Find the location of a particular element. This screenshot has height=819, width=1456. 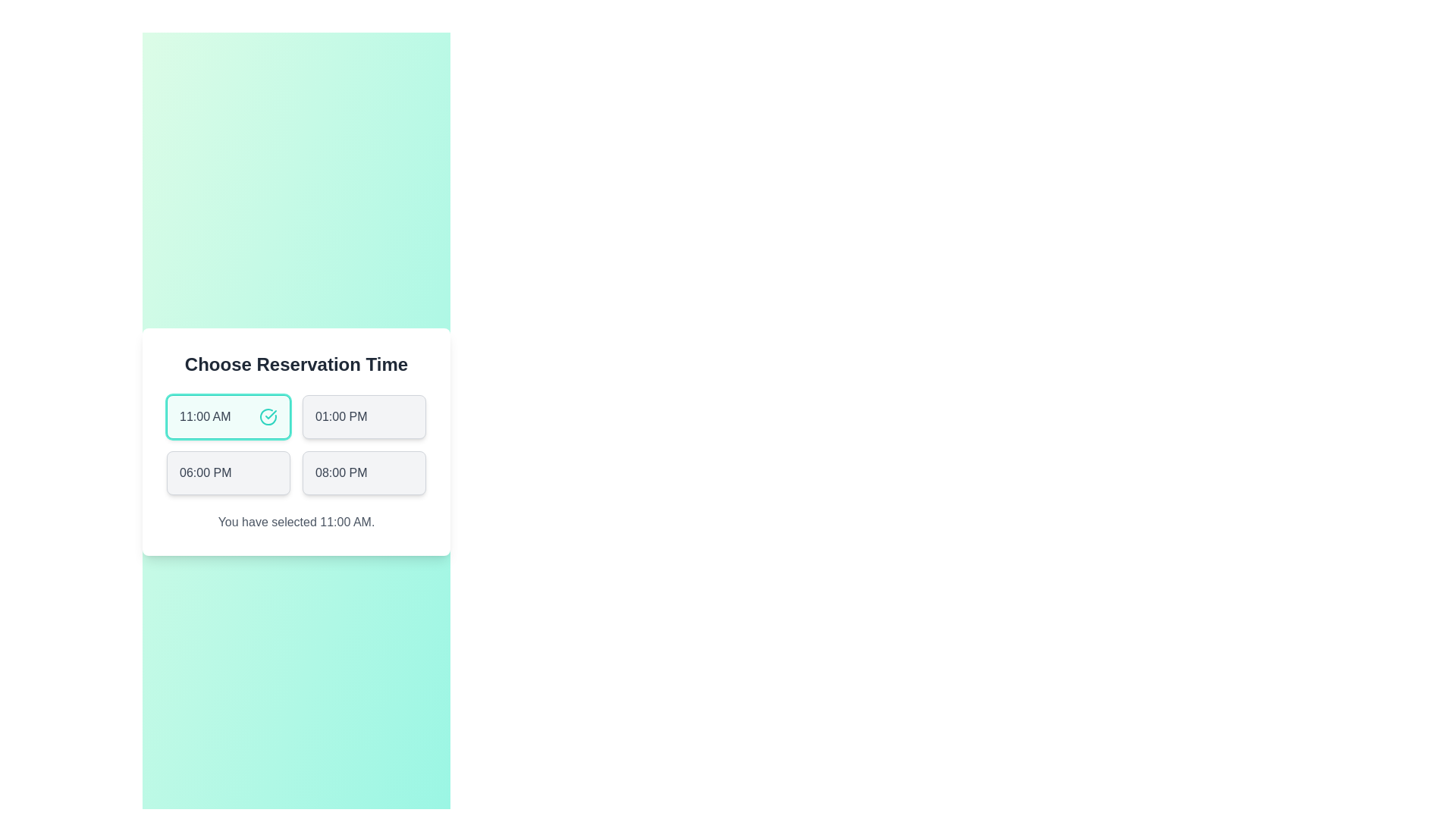

the text header displaying 'Choose Reservation Time', which is styled in large, bold, and dark gray font, located at the top of the reservation selection modal is located at coordinates (296, 365).